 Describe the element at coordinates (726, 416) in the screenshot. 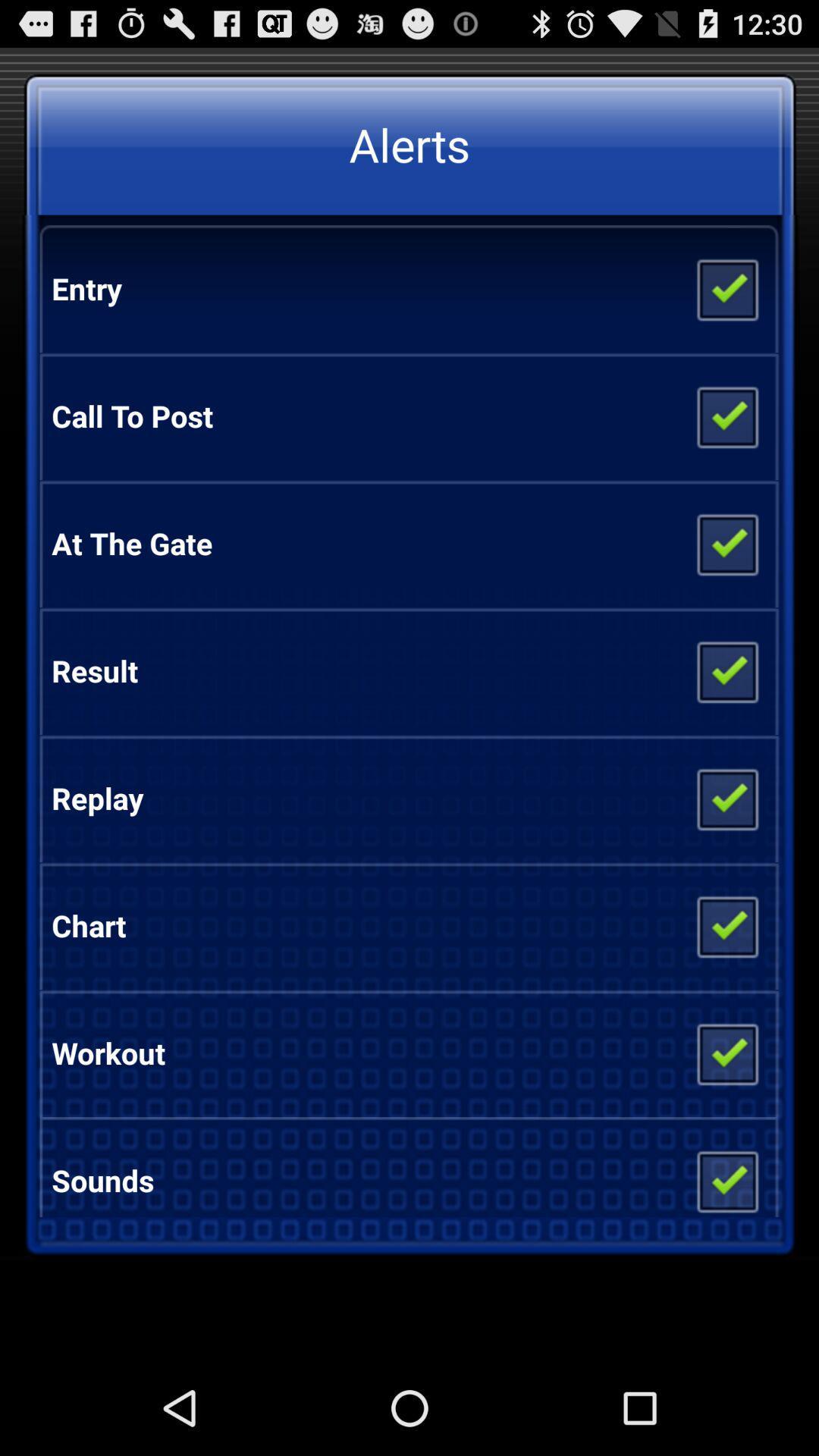

I see `item to the right of call to post app` at that location.